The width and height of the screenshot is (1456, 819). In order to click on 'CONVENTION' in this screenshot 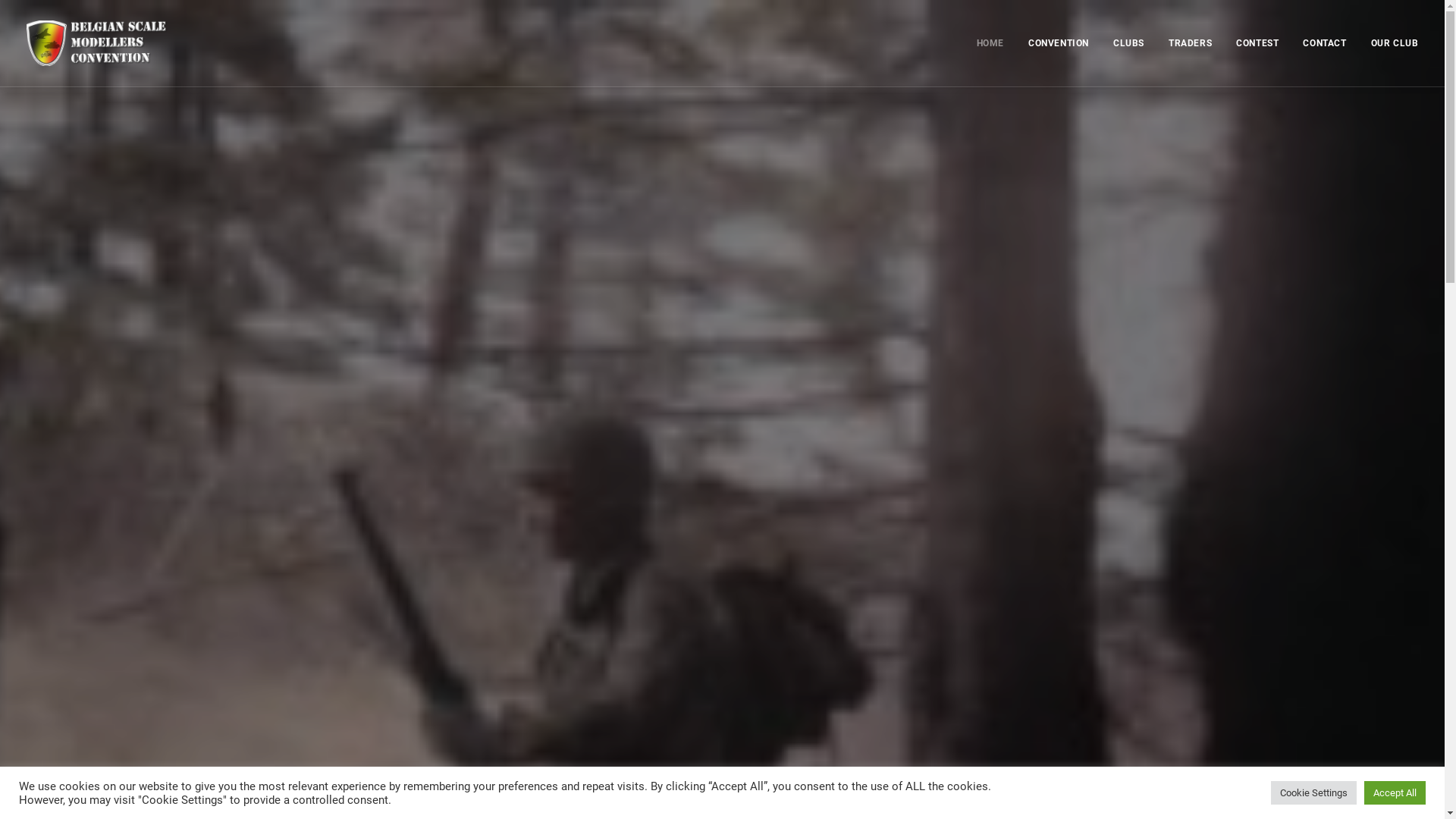, I will do `click(1058, 42)`.